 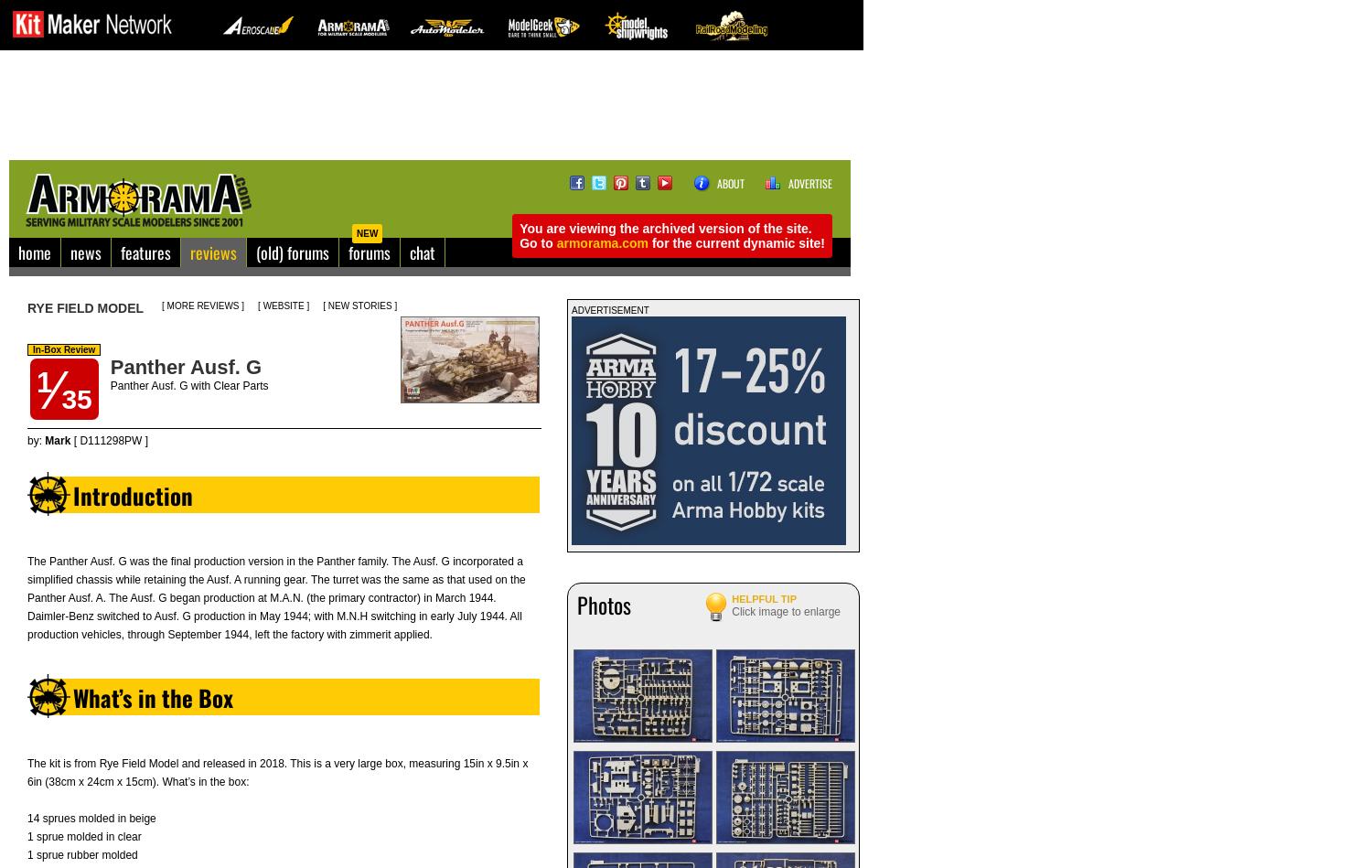 I want to click on 'ABOUT', so click(x=730, y=182).